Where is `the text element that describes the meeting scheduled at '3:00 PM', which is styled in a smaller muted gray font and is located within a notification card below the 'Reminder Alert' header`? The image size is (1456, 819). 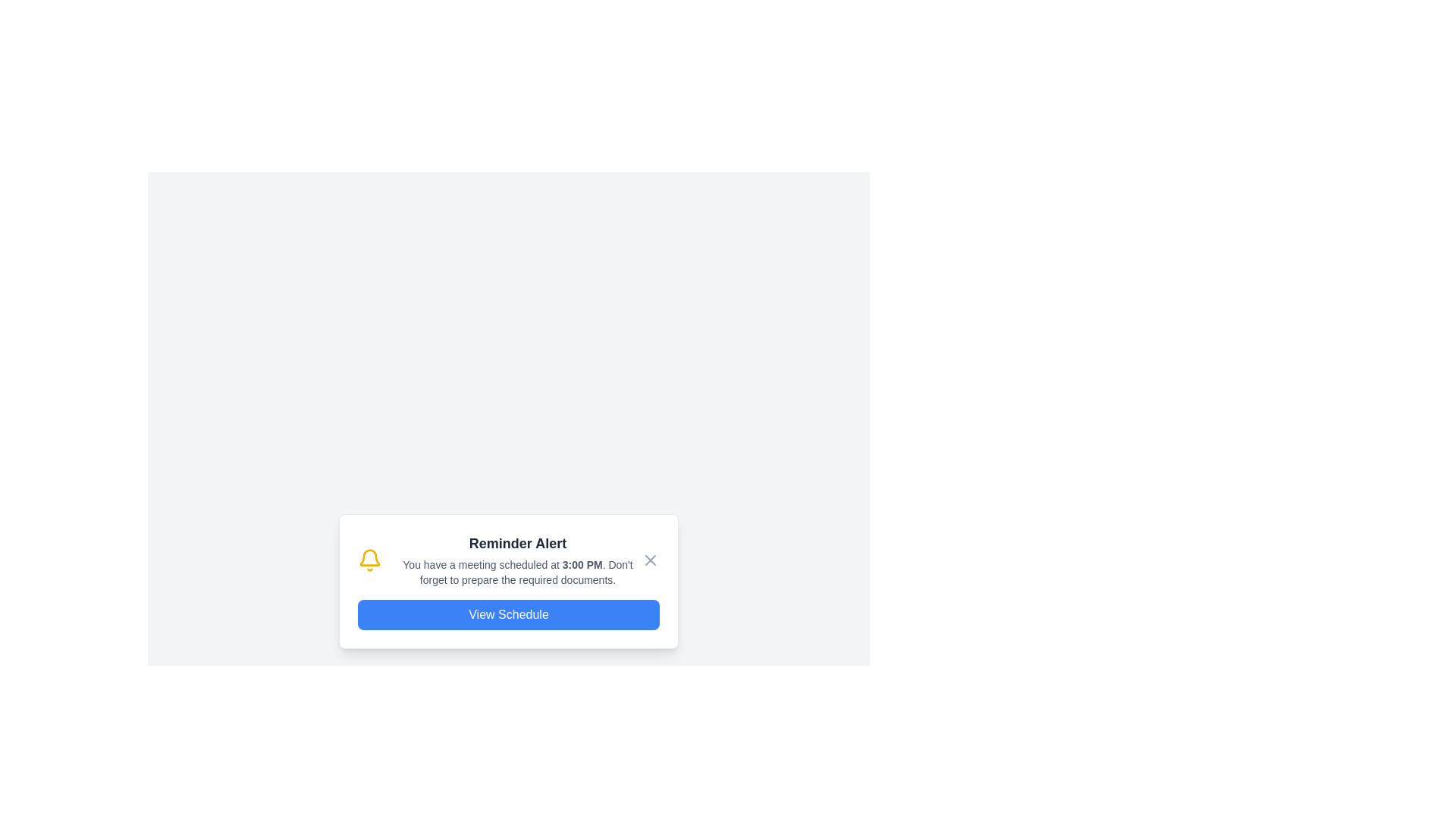 the text element that describes the meeting scheduled at '3:00 PM', which is styled in a smaller muted gray font and is located within a notification card below the 'Reminder Alert' header is located at coordinates (517, 573).